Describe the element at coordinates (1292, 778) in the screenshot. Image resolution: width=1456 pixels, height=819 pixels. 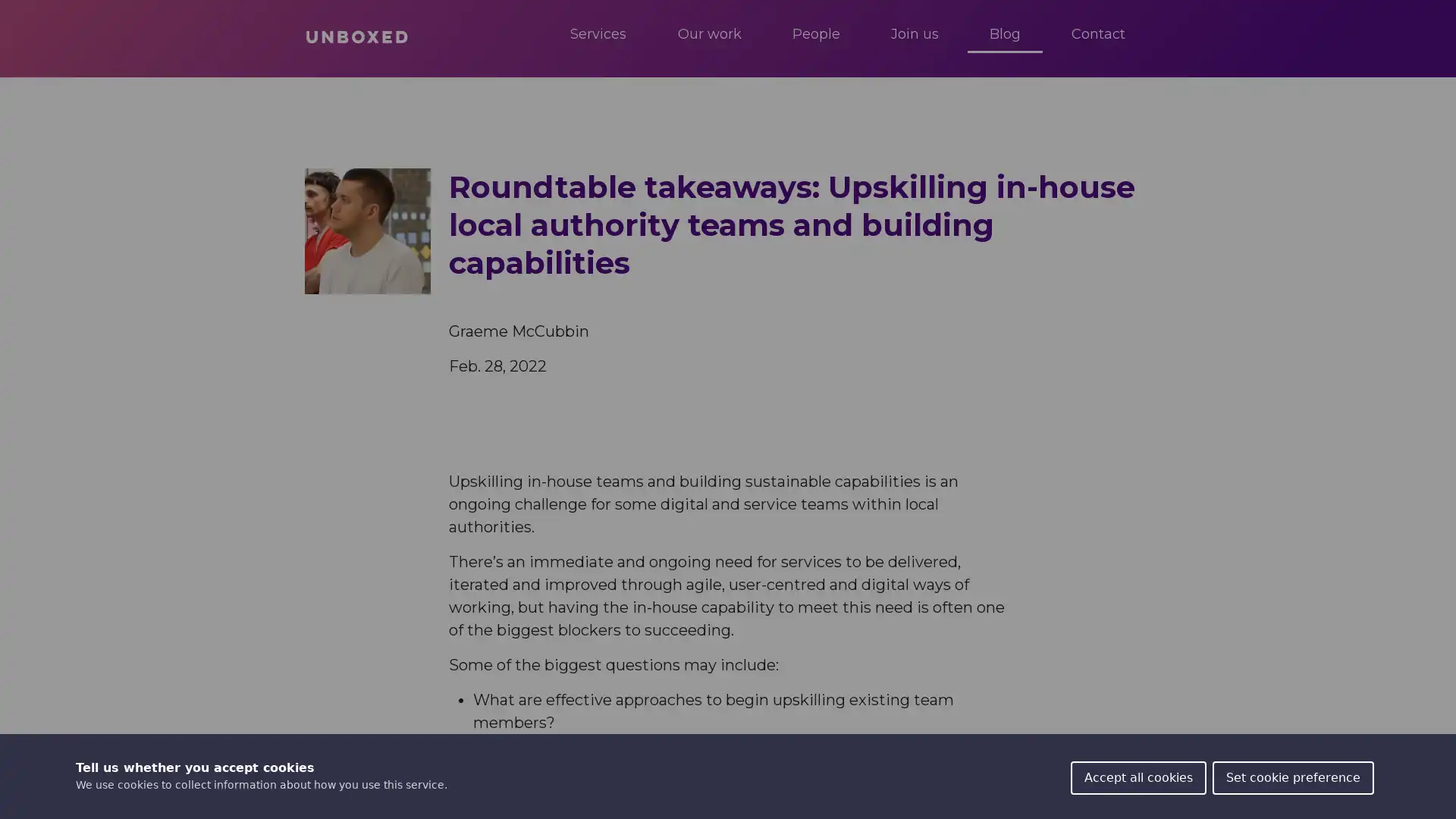
I see `Set cookie preference` at that location.